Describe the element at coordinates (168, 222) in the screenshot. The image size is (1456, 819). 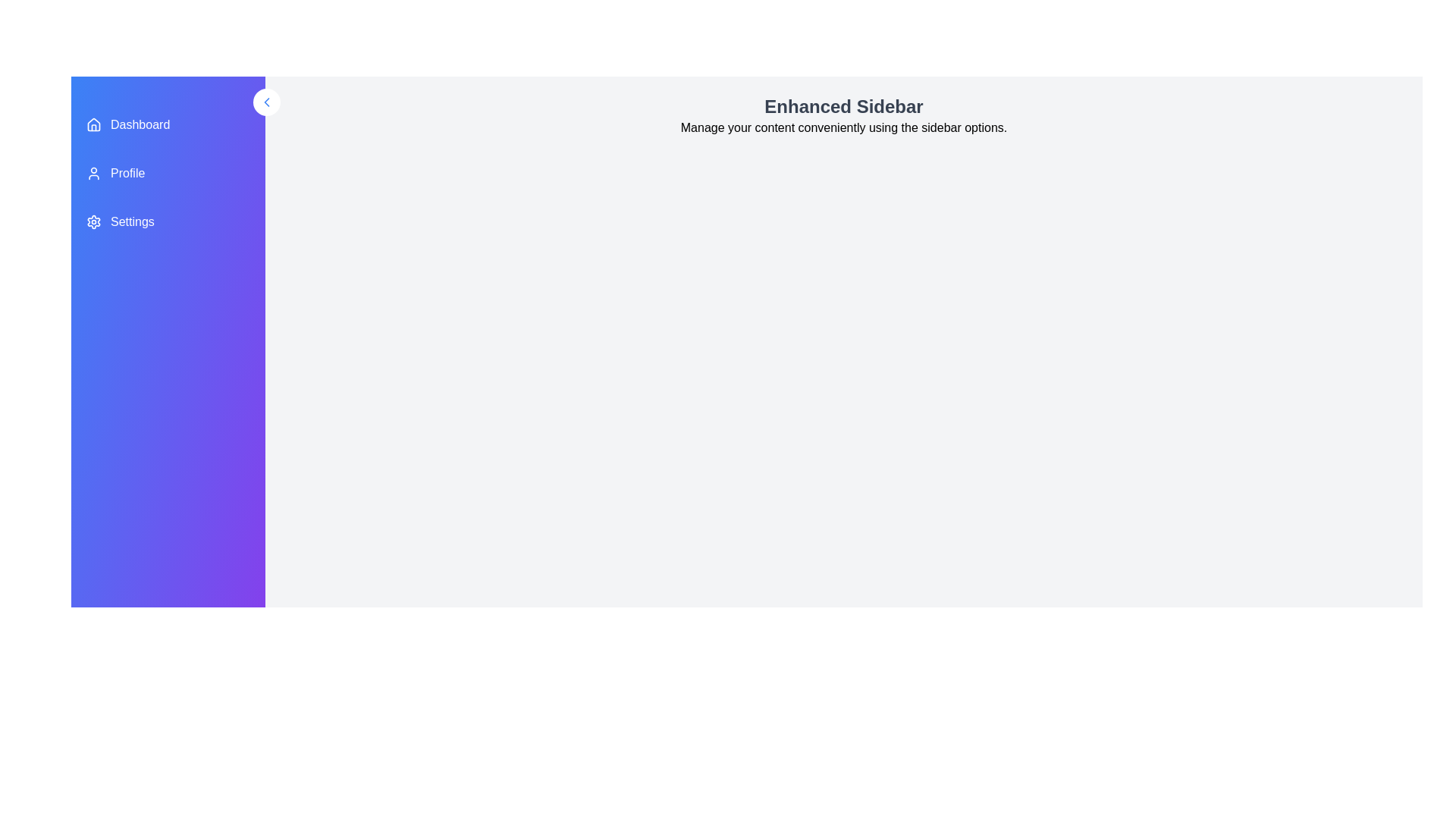
I see `the menu item labeled Settings` at that location.